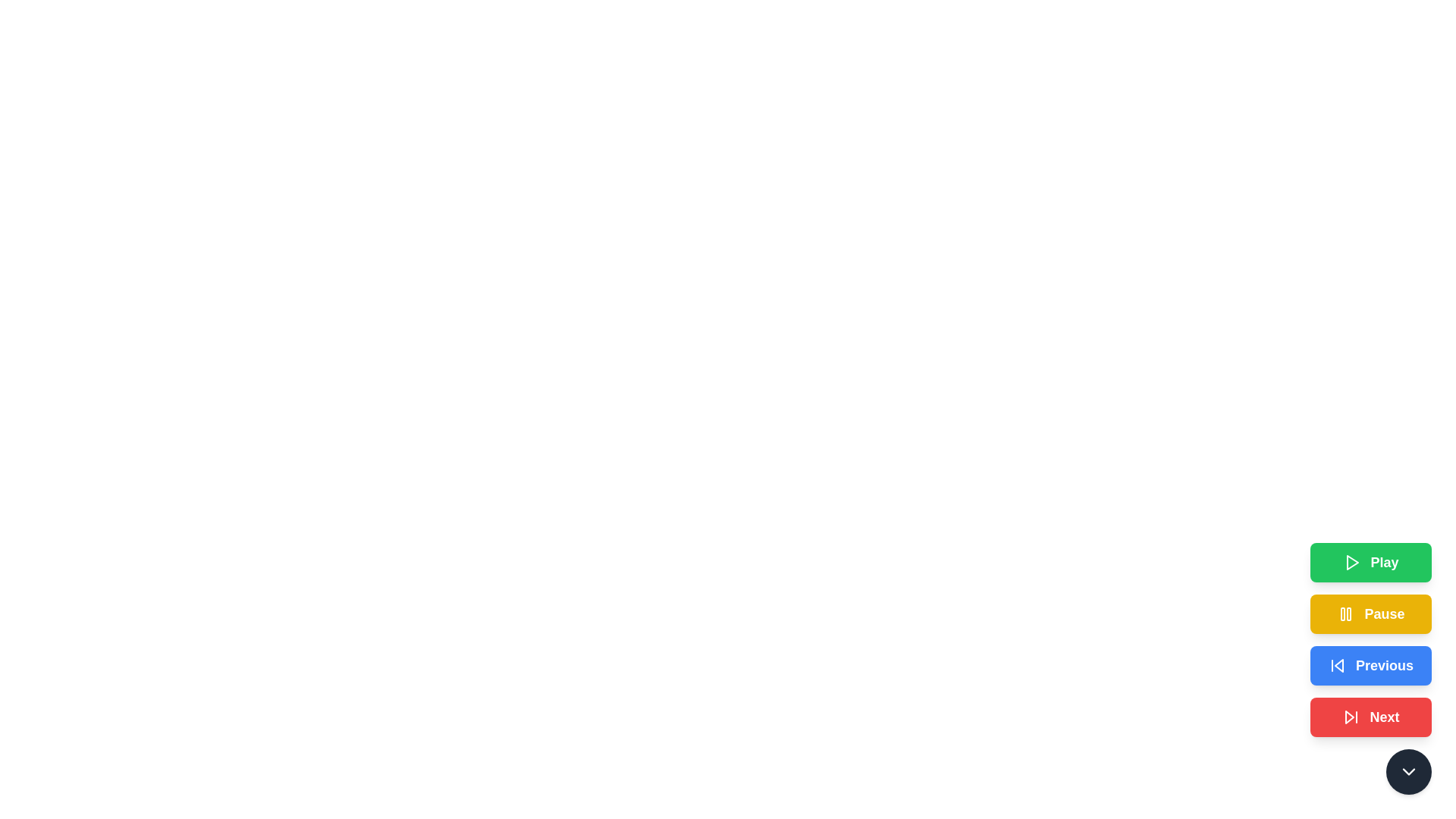 The image size is (1456, 819). Describe the element at coordinates (1371, 562) in the screenshot. I see `the Play button to perform the corresponding action` at that location.